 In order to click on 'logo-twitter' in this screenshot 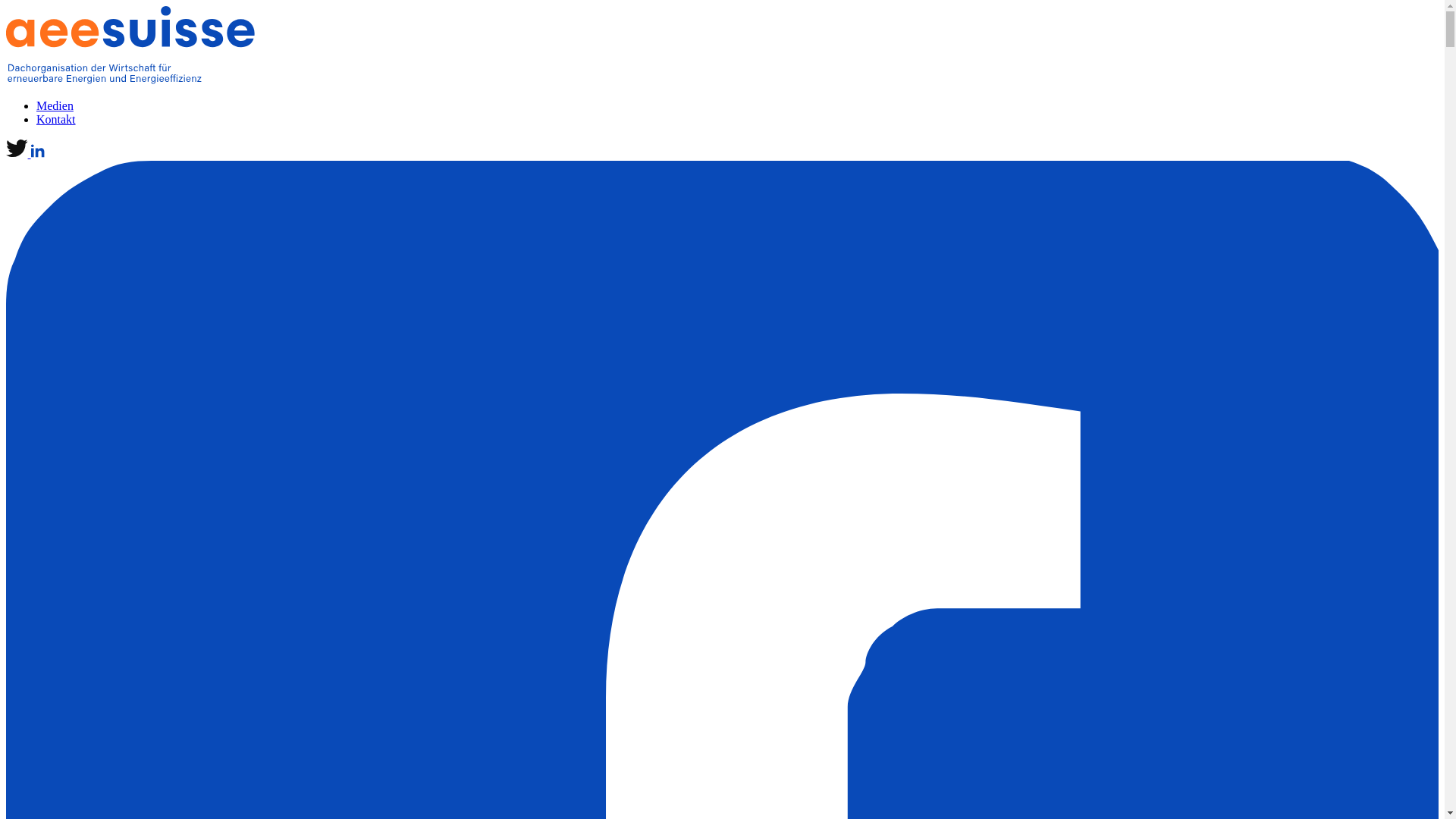, I will do `click(6, 153)`.